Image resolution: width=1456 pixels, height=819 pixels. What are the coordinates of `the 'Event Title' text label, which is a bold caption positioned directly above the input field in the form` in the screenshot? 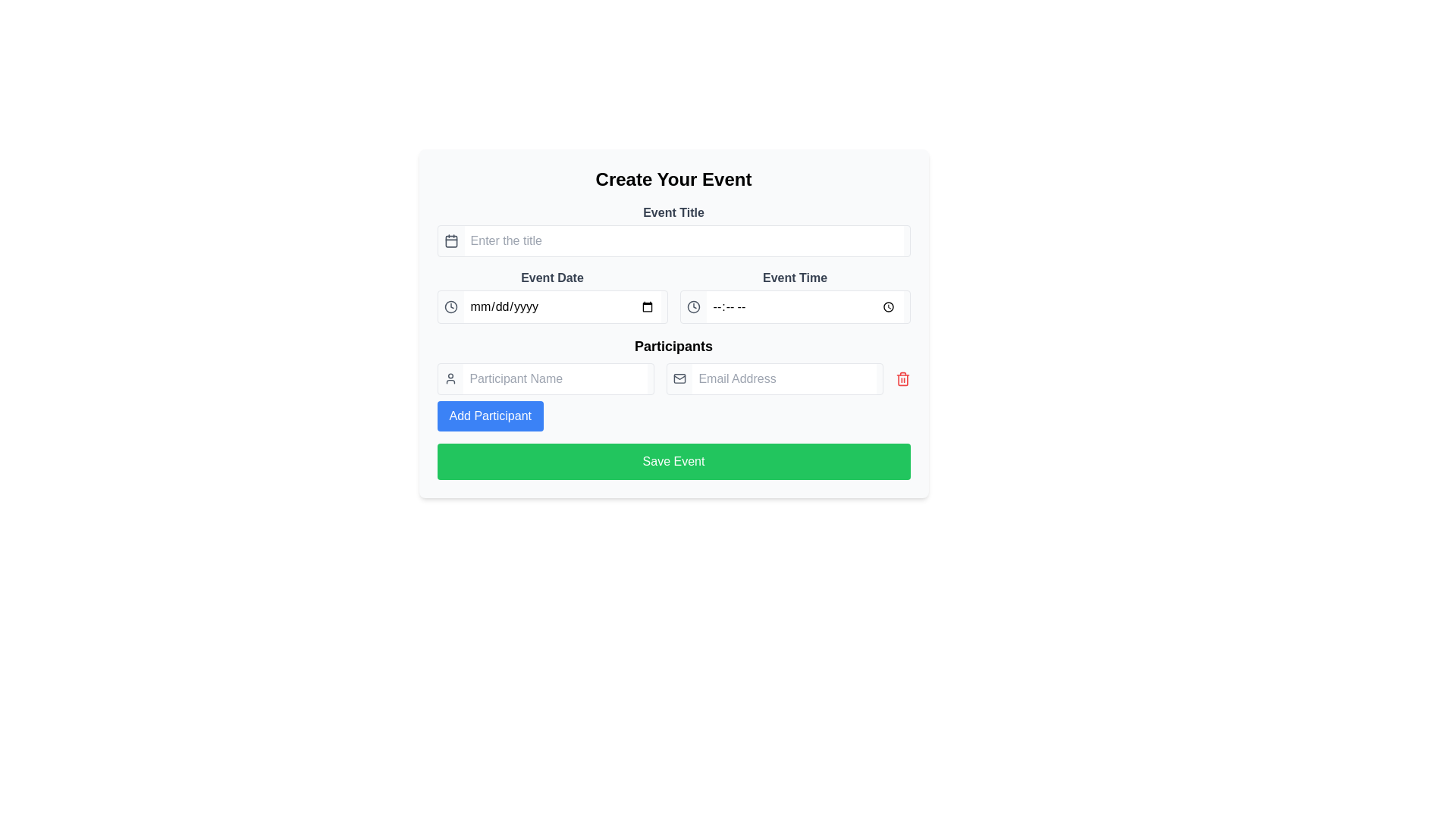 It's located at (673, 213).